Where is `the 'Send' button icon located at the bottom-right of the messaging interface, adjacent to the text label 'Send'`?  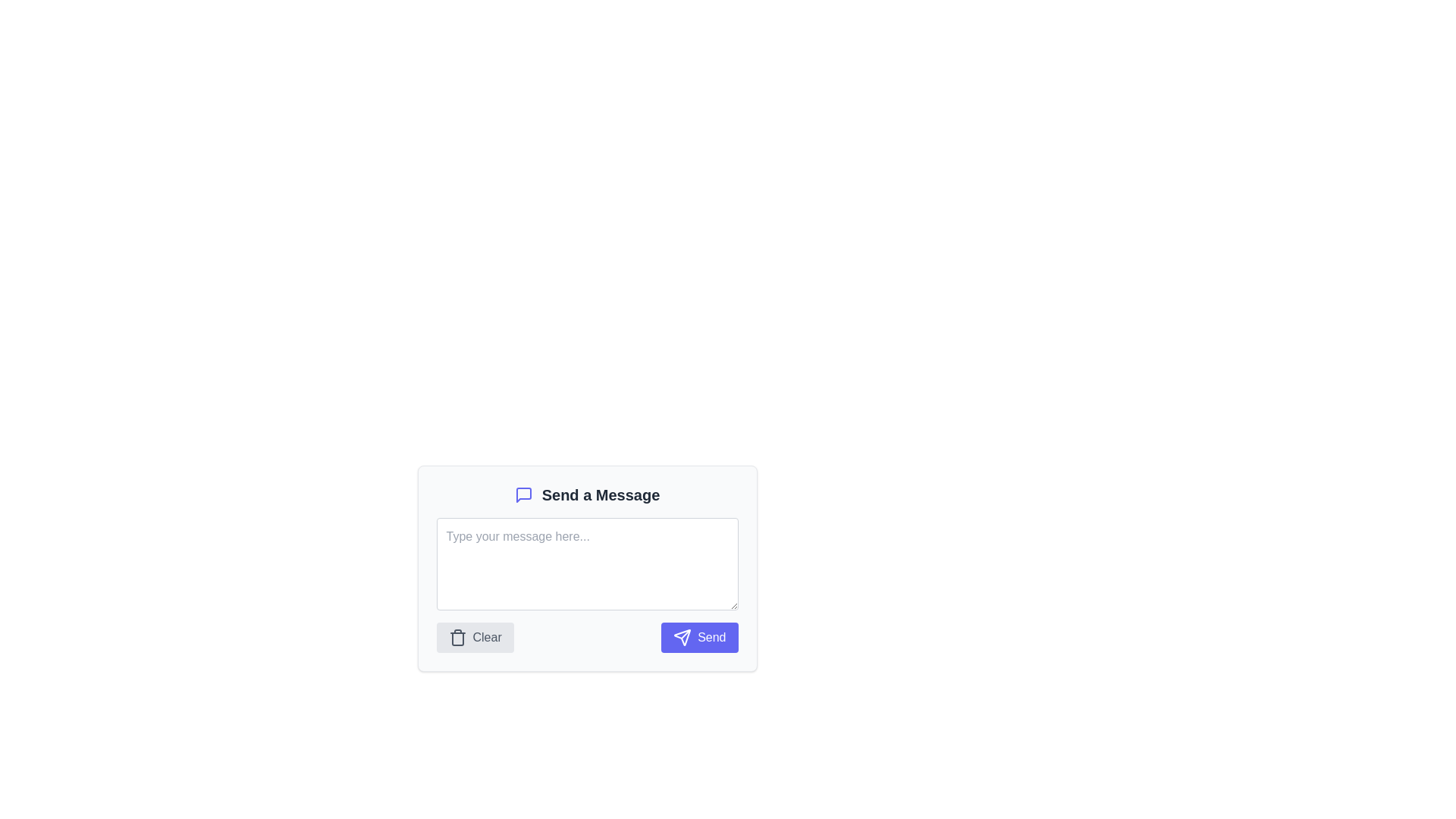
the 'Send' button icon located at the bottom-right of the messaging interface, adjacent to the text label 'Send' is located at coordinates (682, 637).